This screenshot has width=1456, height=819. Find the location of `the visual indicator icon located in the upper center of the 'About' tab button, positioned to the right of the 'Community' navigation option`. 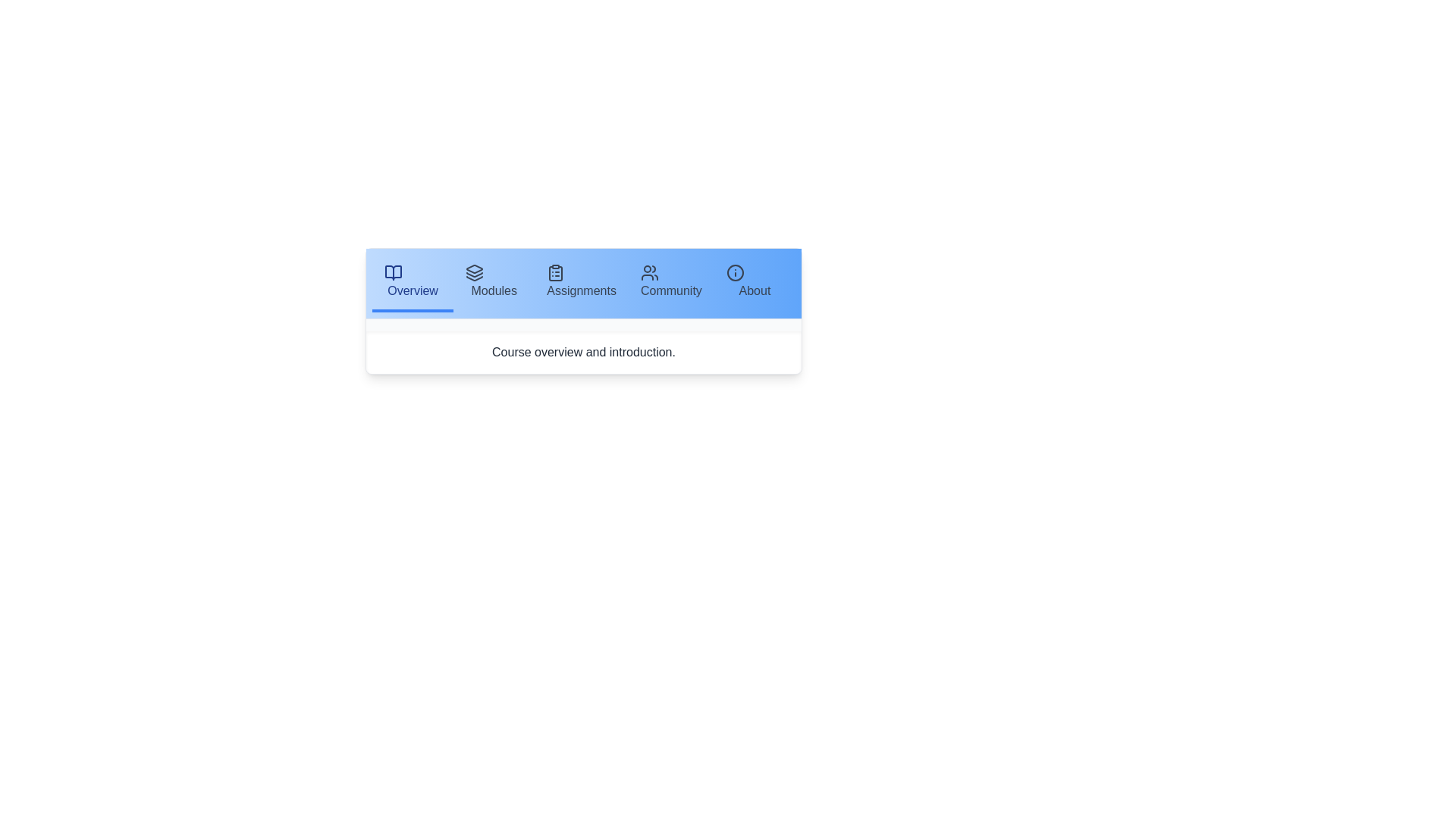

the visual indicator icon located in the upper center of the 'About' tab button, positioned to the right of the 'Community' navigation option is located at coordinates (735, 271).